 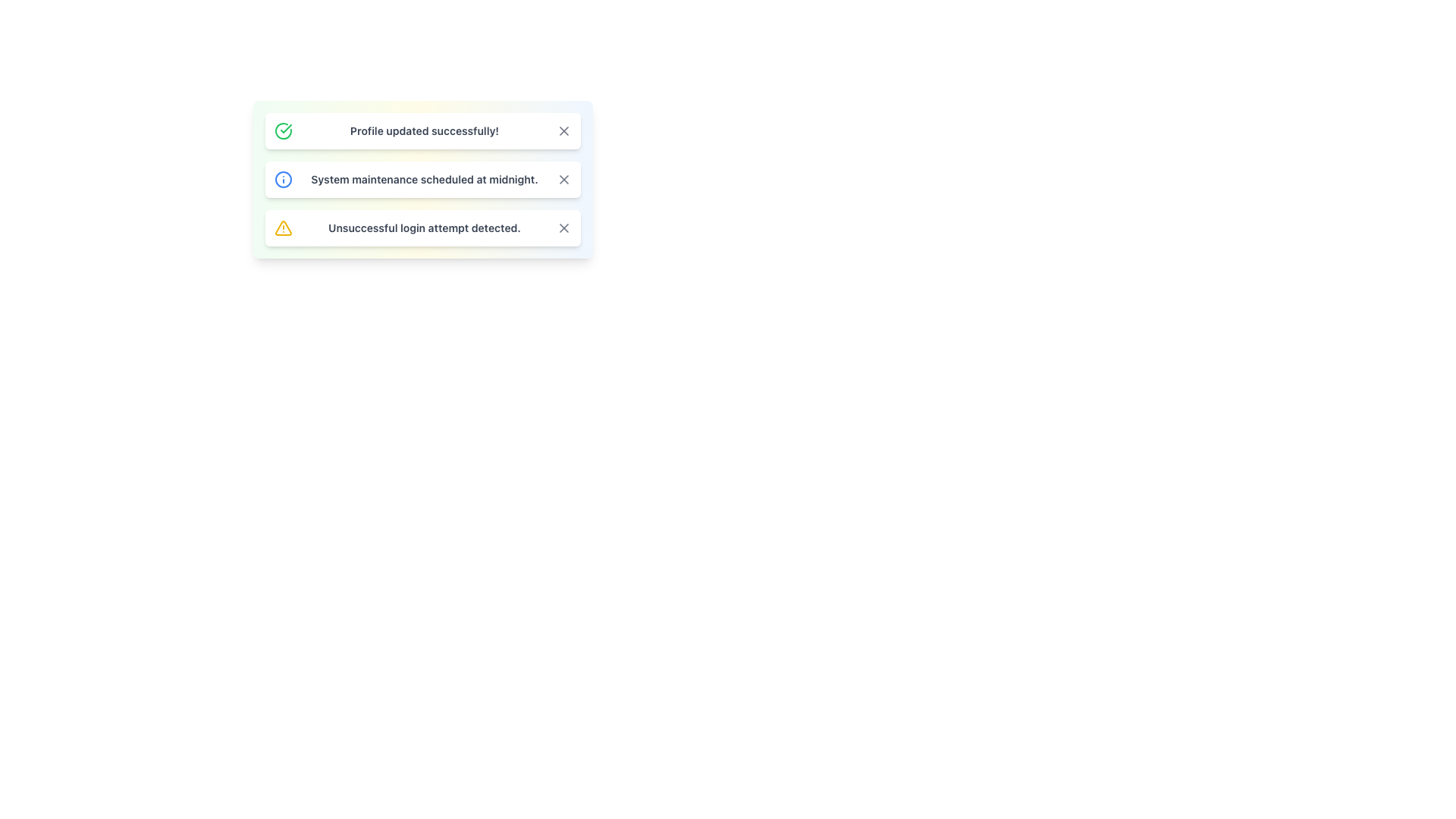 I want to click on the Notification card displaying the message 'System maintenance scheduled at midnight.' which is the middle notification in a vertically aligned list of three notifications, so click(x=422, y=203).